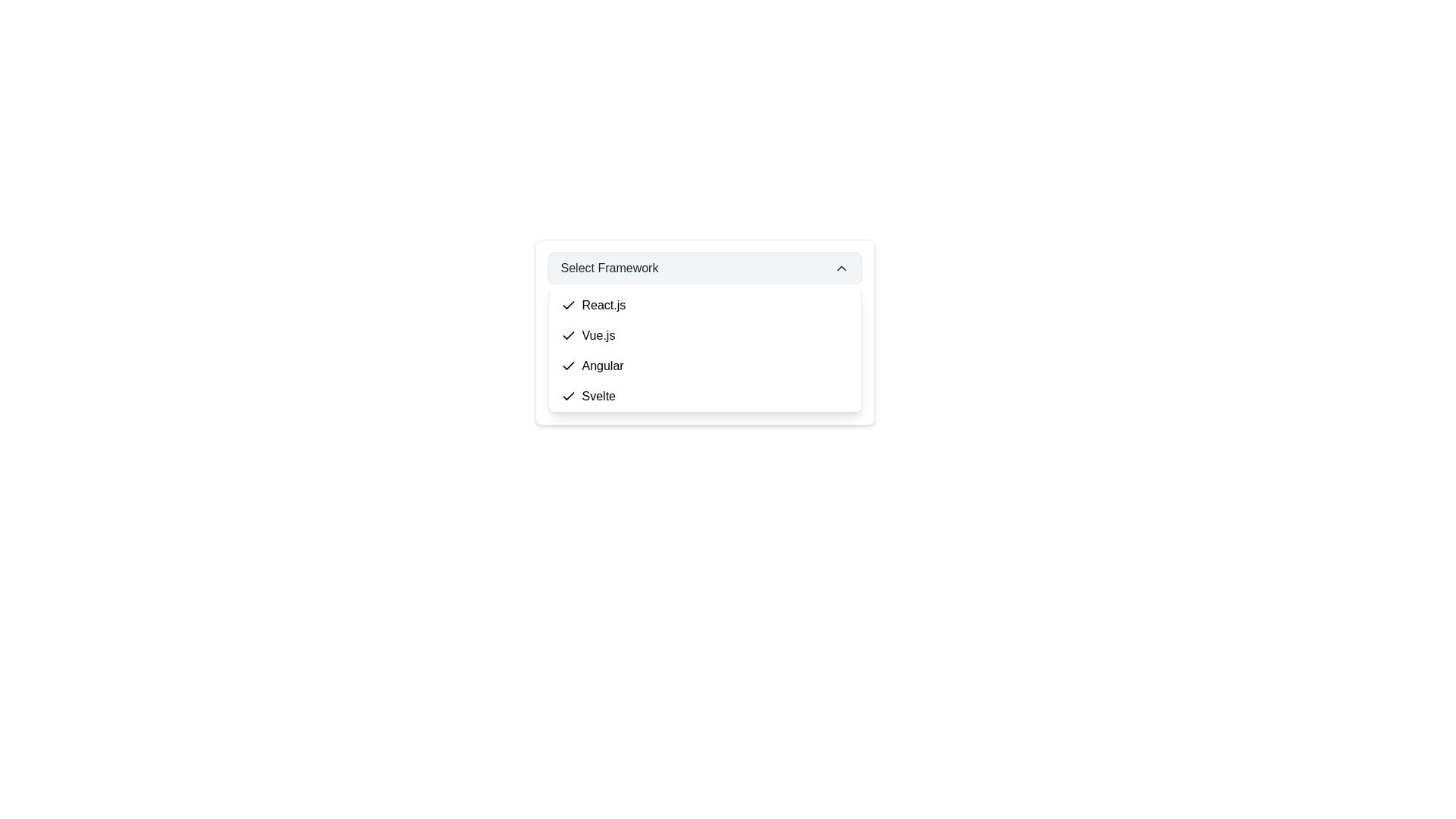 Image resolution: width=1456 pixels, height=819 pixels. I want to click on the checkmark icon displayed to the left of the 'Angular' entry in the 'Select Framework' dropdown menu, so click(567, 366).